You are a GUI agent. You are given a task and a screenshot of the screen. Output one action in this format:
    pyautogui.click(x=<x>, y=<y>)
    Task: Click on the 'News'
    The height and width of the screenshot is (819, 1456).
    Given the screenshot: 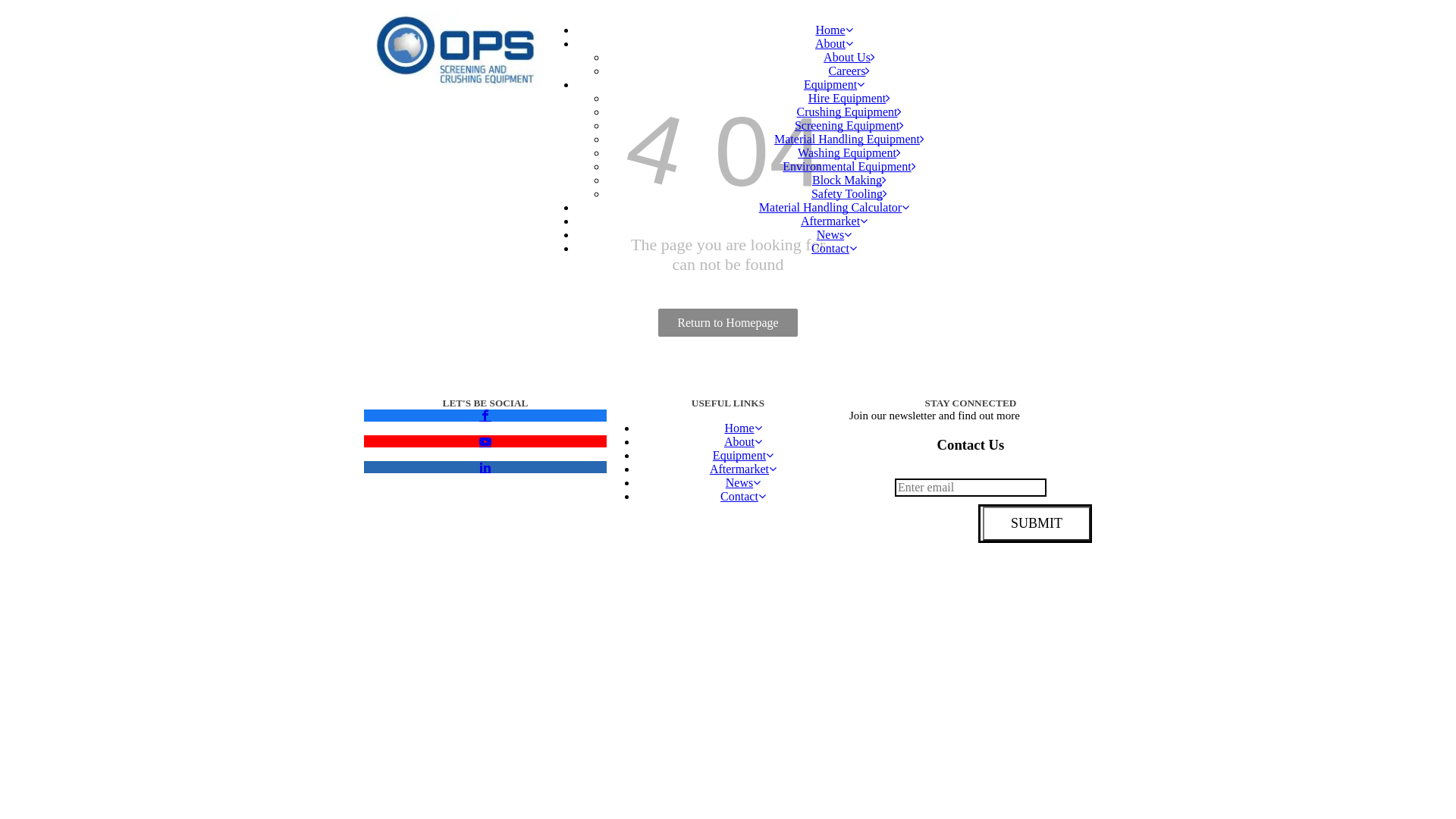 What is the action you would take?
    pyautogui.click(x=742, y=482)
    